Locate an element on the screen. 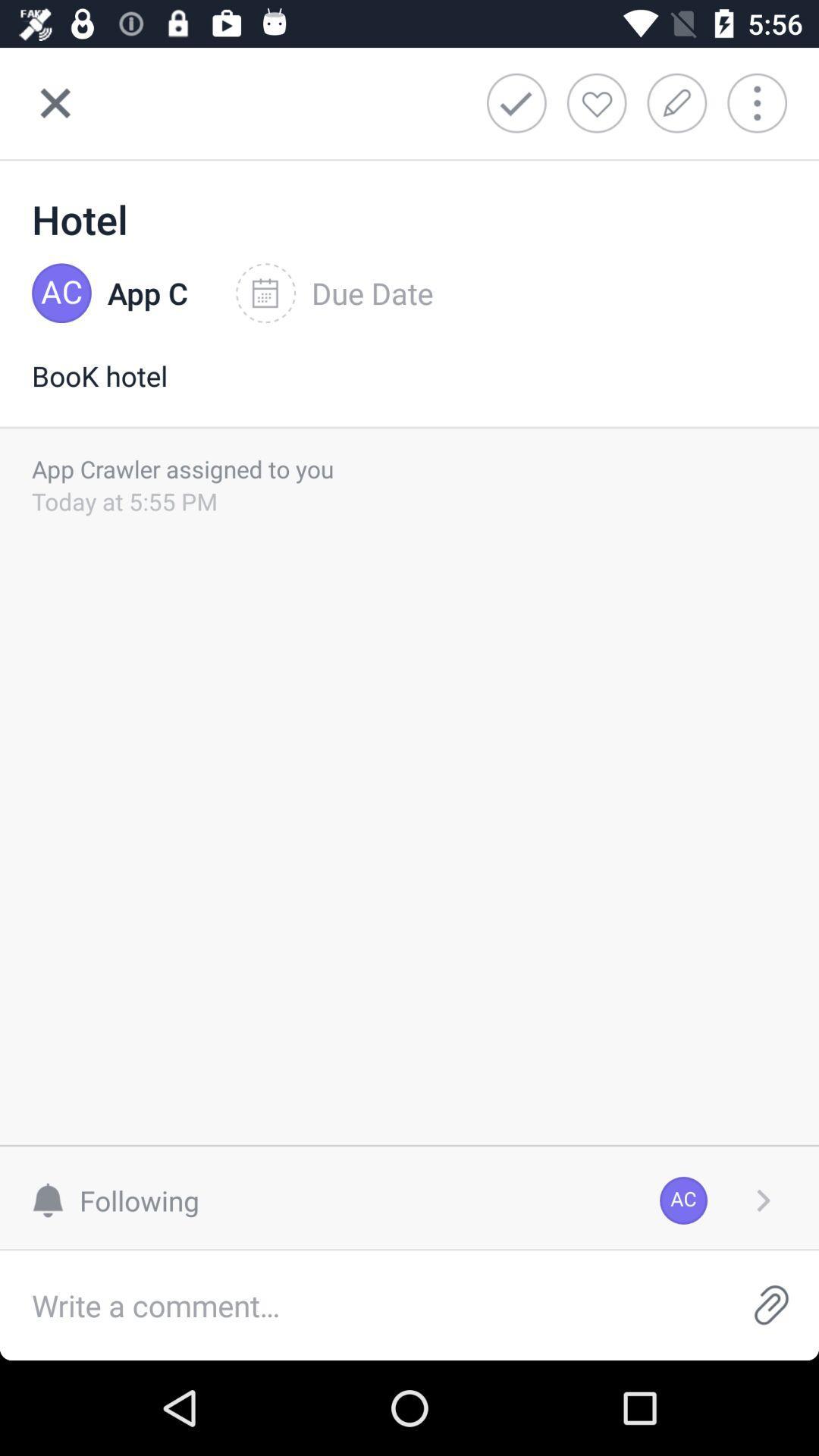 This screenshot has width=819, height=1456. icon below following item is located at coordinates (362, 1304).